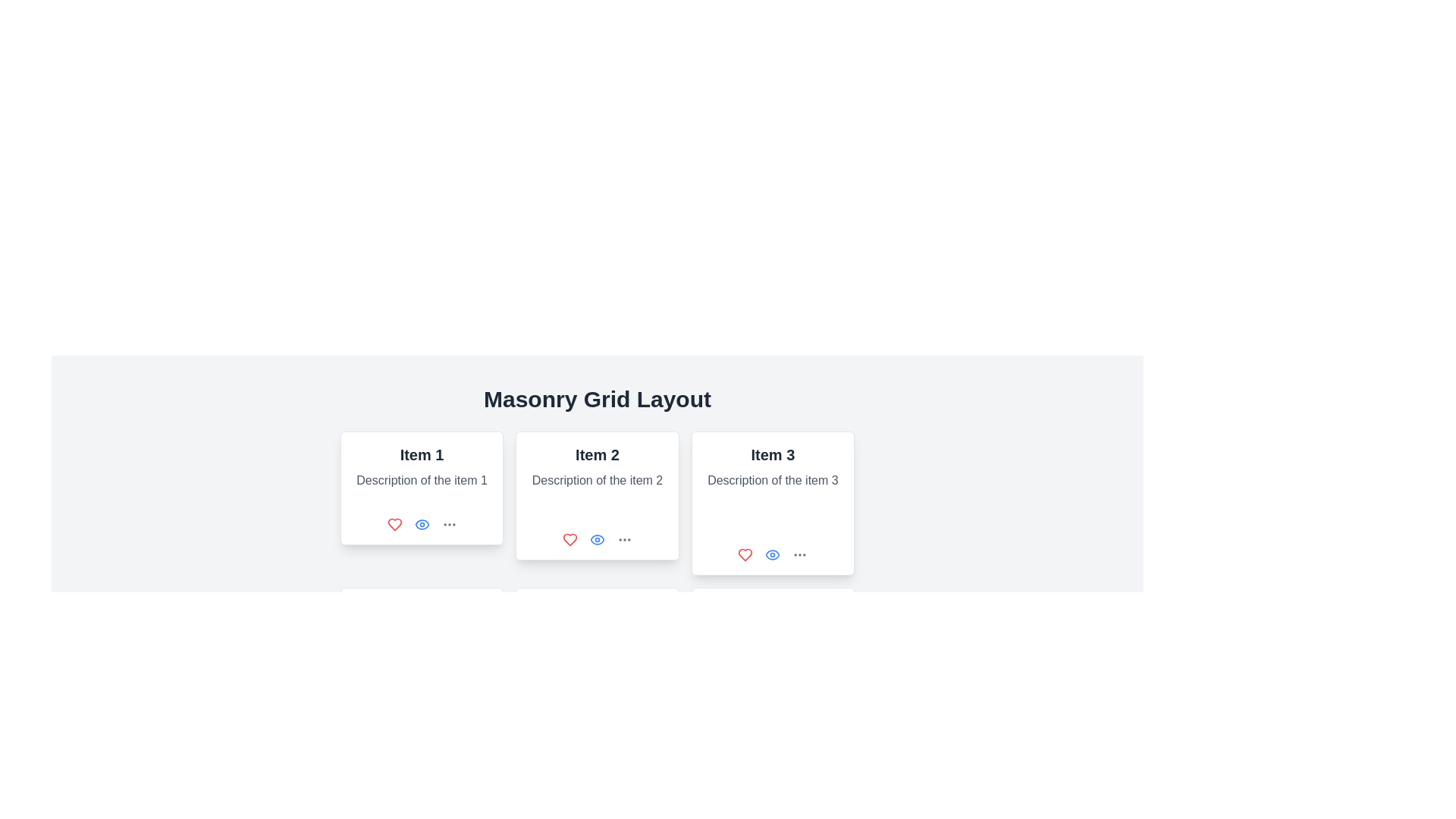 This screenshot has width=1456, height=819. I want to click on the 'Item 3' text label, so click(773, 454).